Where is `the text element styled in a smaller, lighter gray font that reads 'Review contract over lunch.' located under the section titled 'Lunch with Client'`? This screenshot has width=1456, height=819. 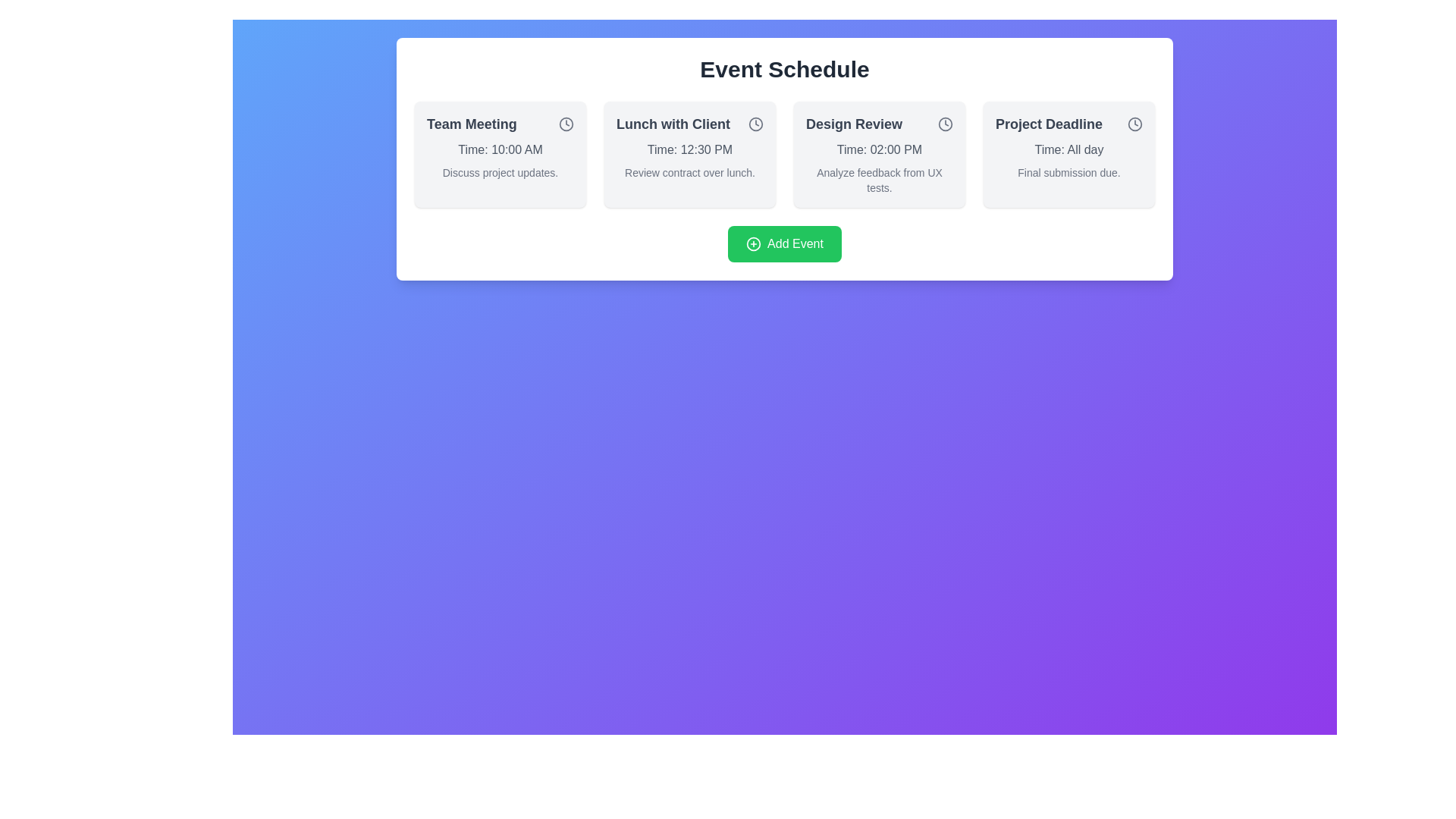 the text element styled in a smaller, lighter gray font that reads 'Review contract over lunch.' located under the section titled 'Lunch with Client' is located at coordinates (689, 171).